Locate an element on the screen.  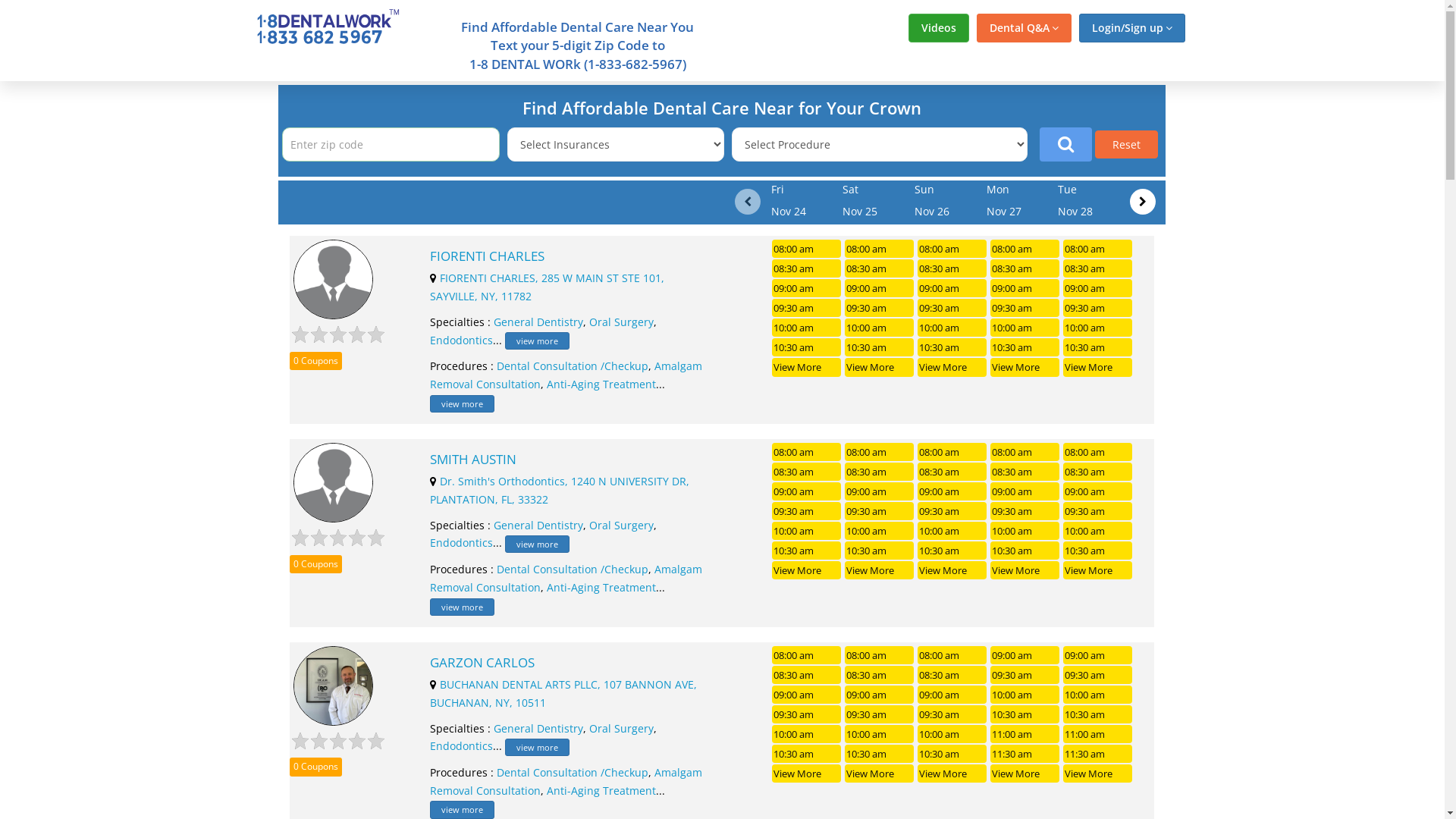
'Reset' is located at coordinates (1126, 144).